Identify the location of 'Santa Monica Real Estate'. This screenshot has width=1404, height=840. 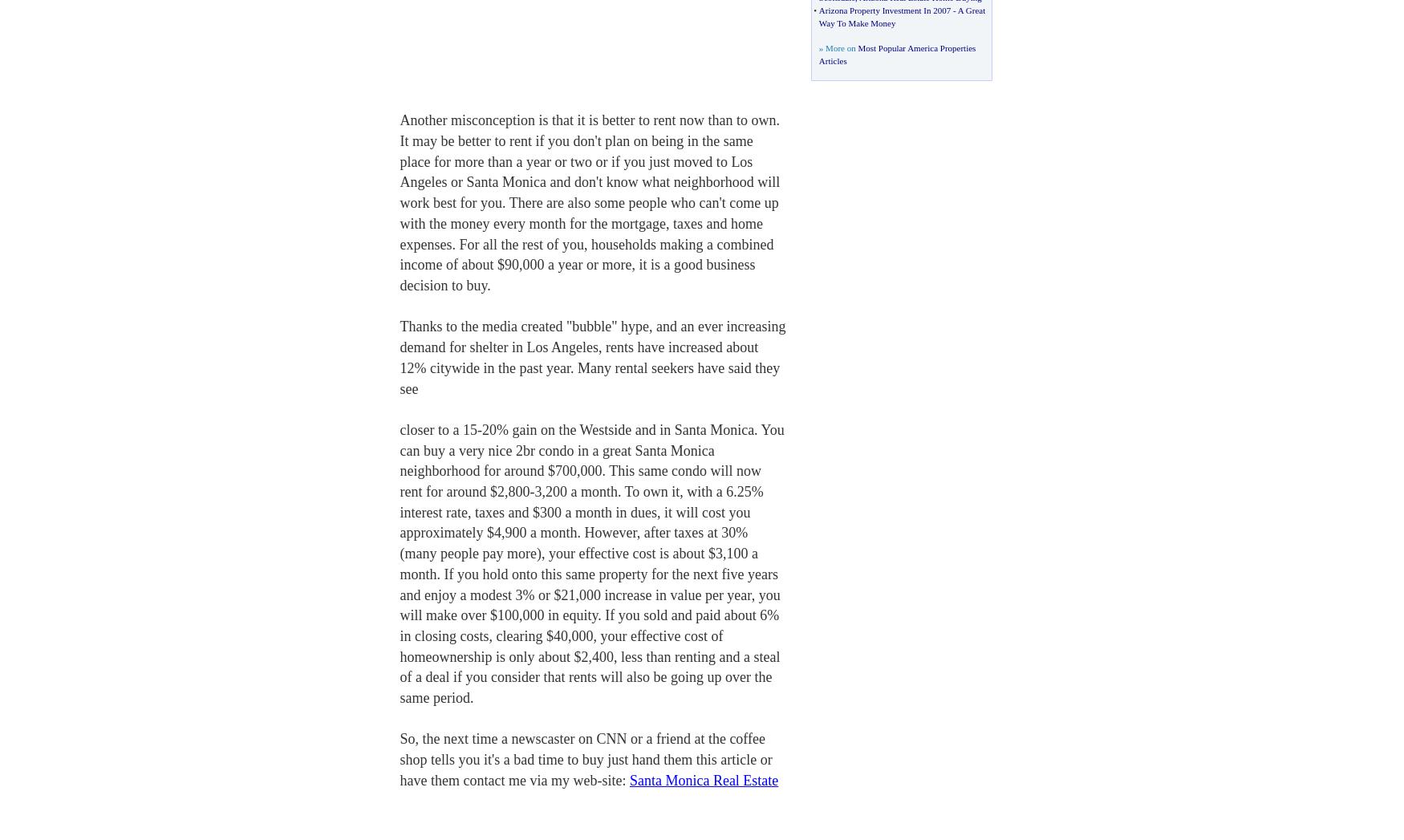
(702, 779).